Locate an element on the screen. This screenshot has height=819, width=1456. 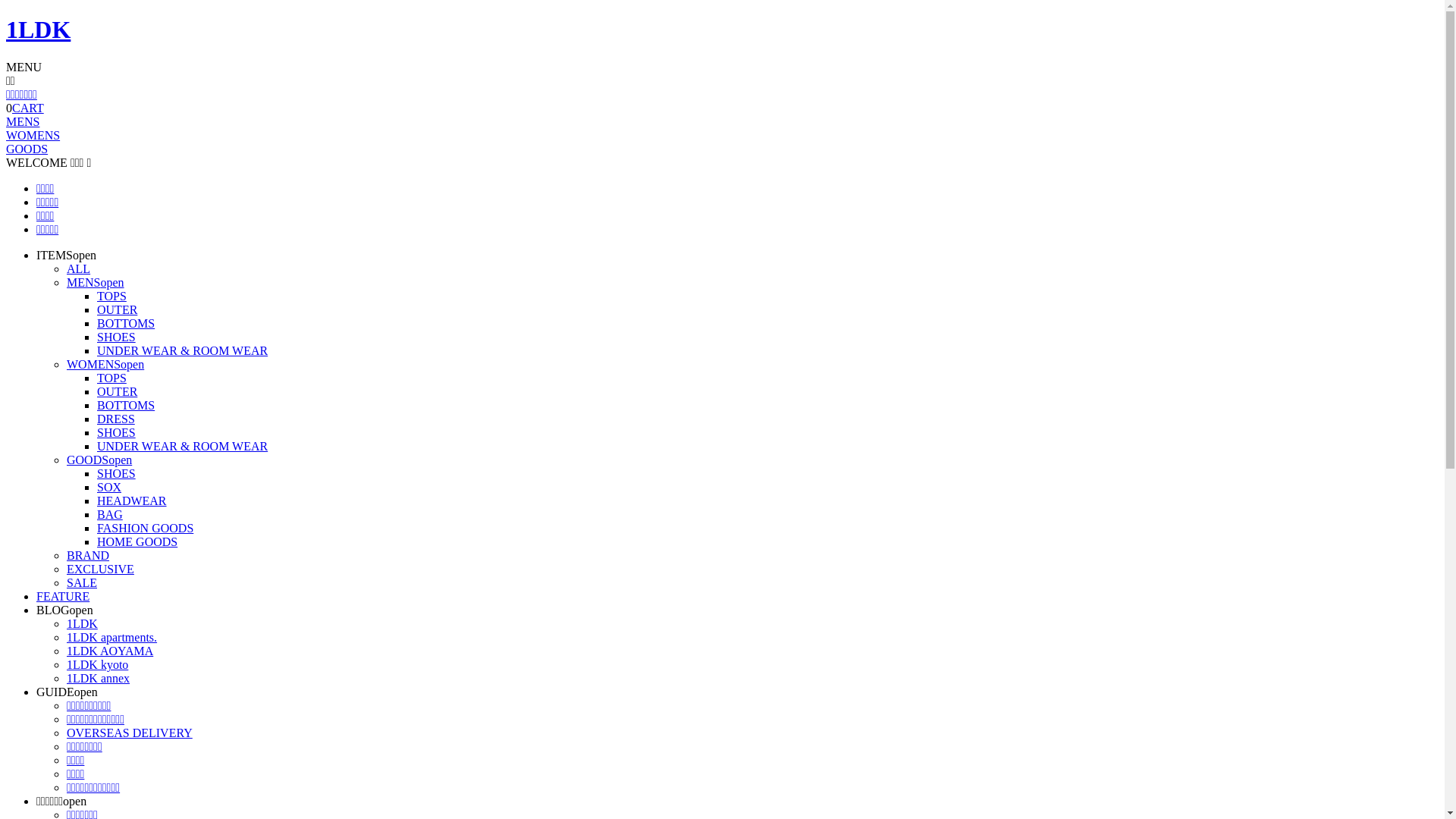
'SHOES' is located at coordinates (96, 432).